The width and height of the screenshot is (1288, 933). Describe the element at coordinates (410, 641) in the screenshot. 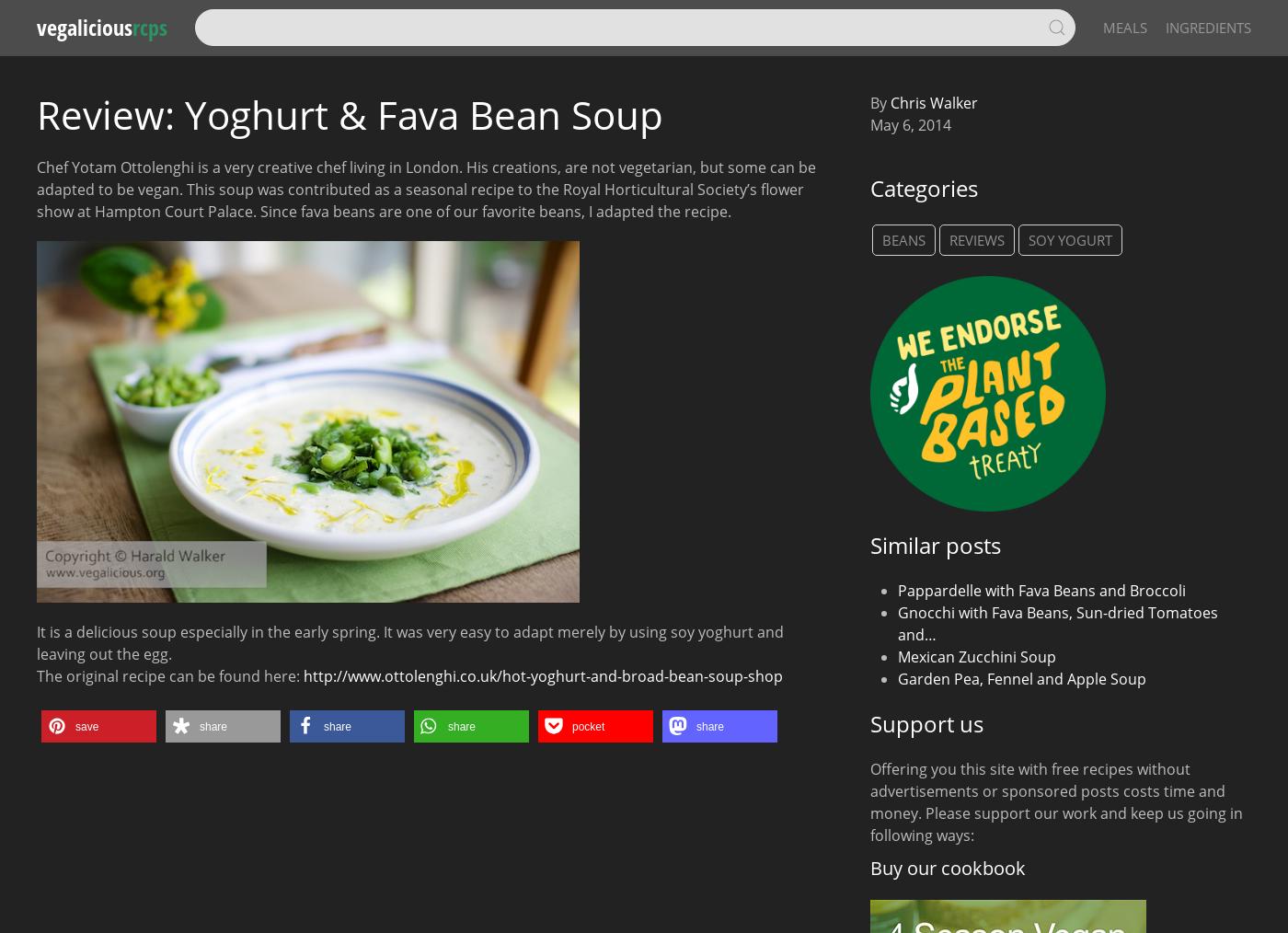

I see `'It is a delicious soup especially in the early spring. It was very easy to adapt merely by using soy yoghurt and leaving out the egg.'` at that location.